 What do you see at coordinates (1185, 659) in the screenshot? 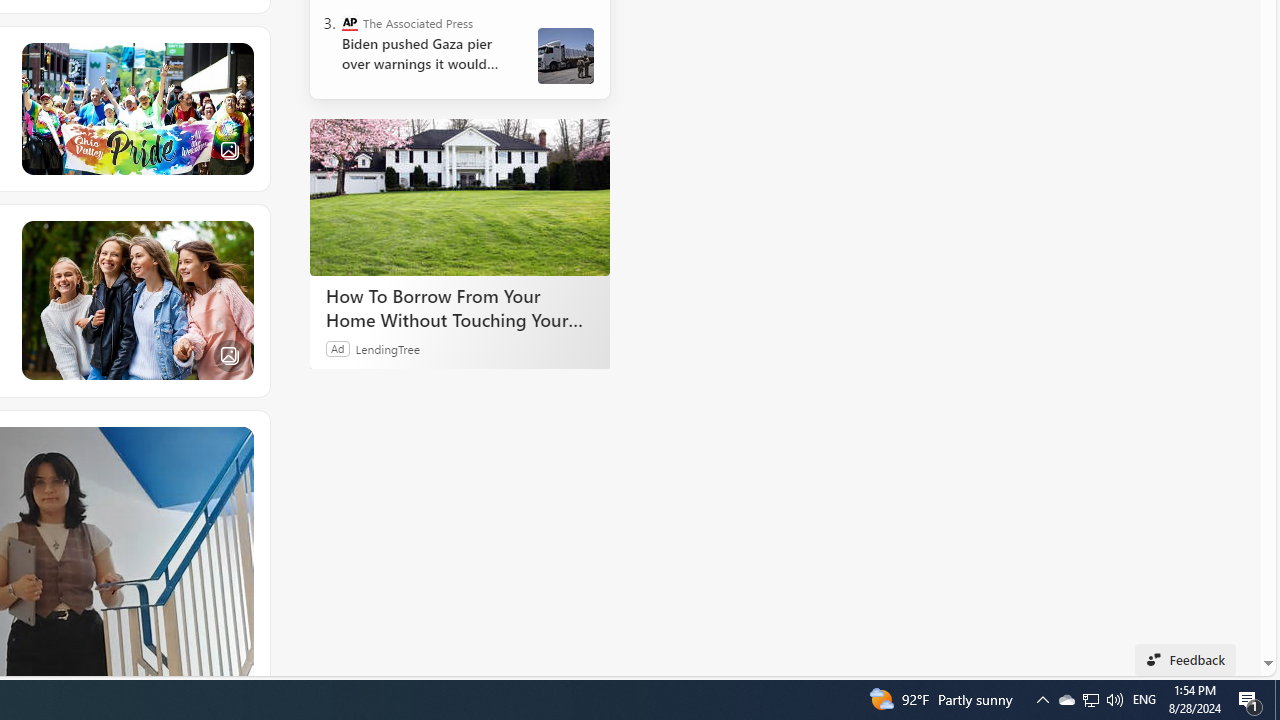
I see `'Feedback'` at bounding box center [1185, 659].